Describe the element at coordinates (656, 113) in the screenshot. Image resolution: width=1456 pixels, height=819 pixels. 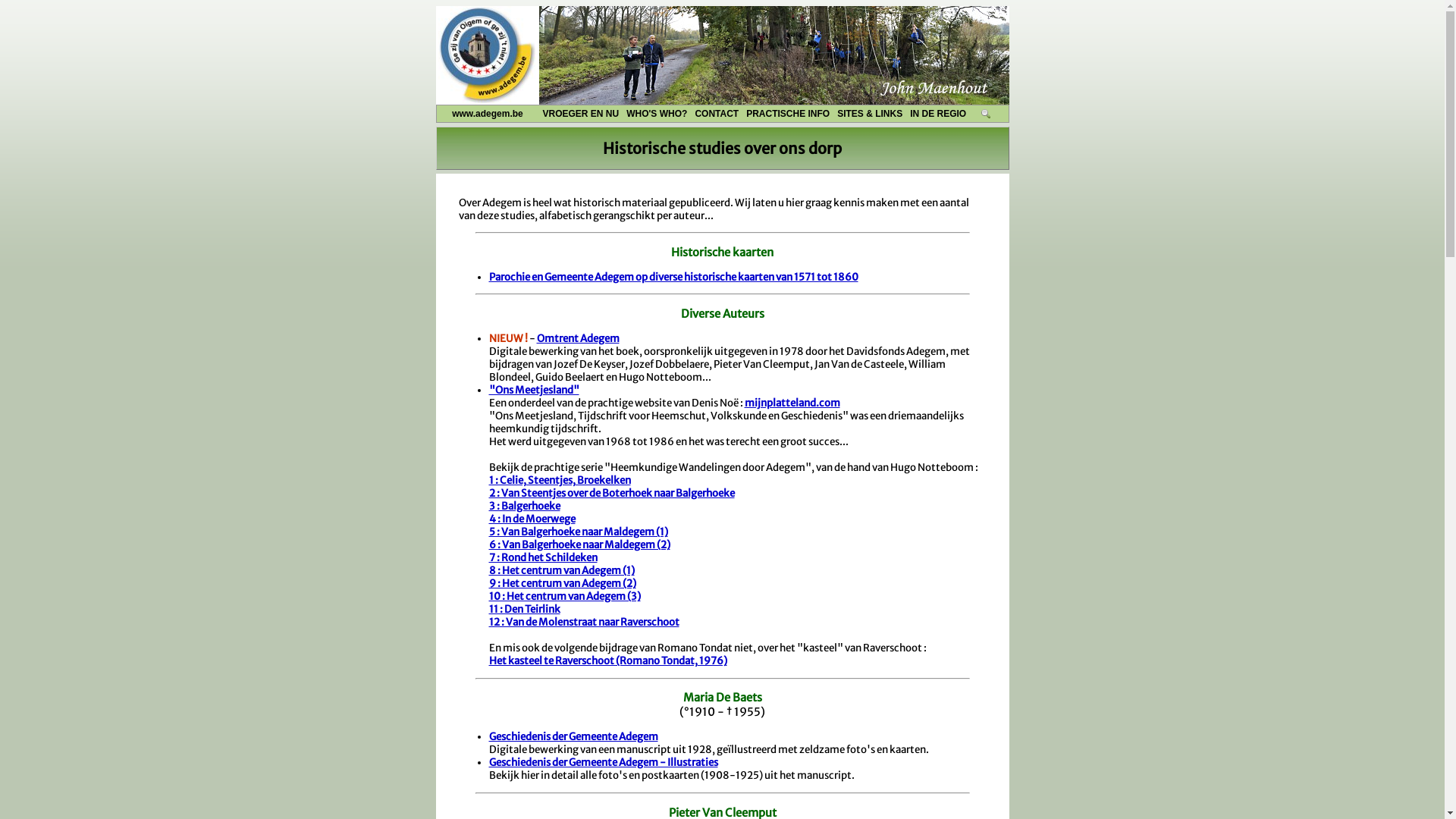
I see `'WHO'S WHO?'` at that location.